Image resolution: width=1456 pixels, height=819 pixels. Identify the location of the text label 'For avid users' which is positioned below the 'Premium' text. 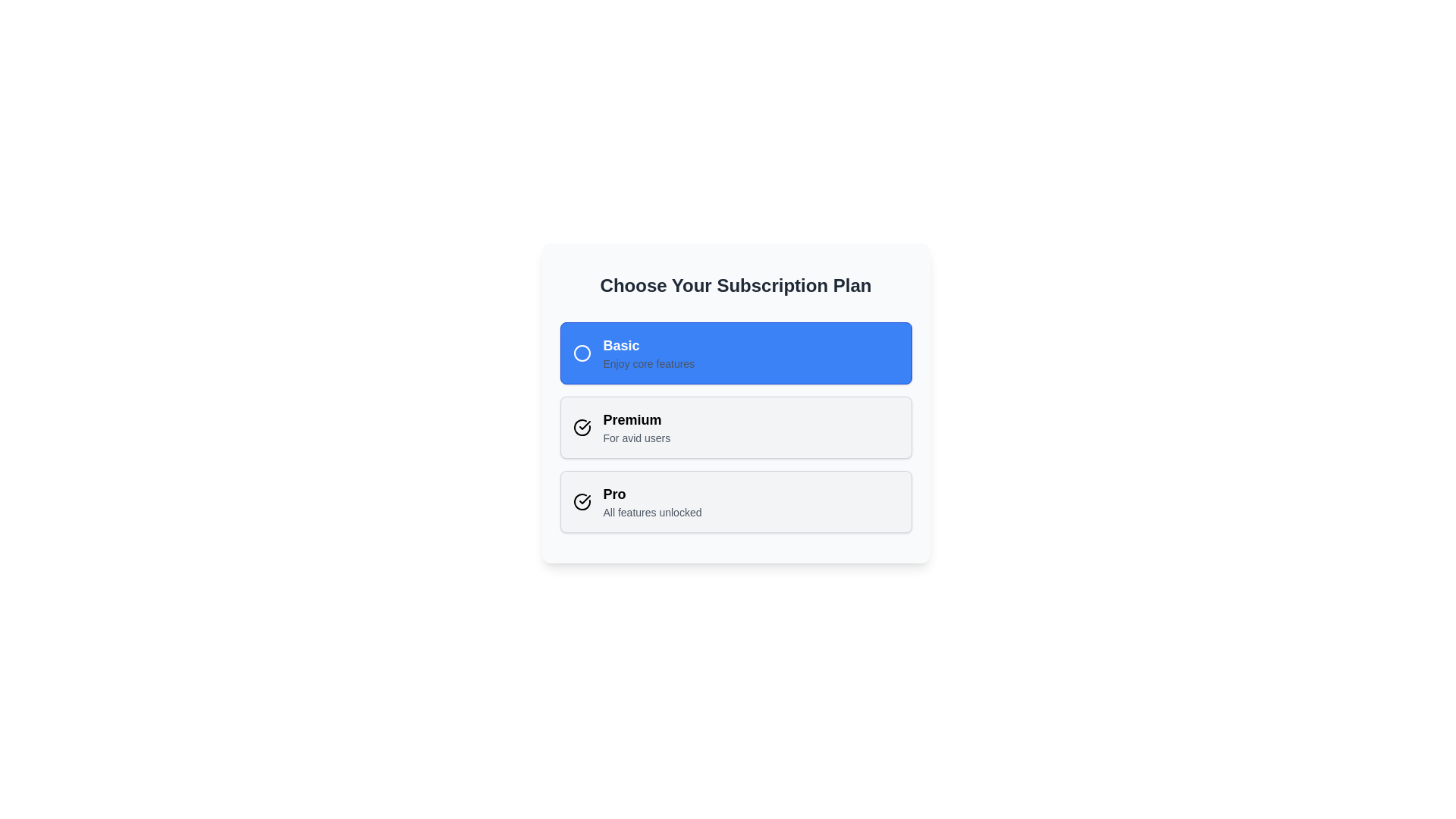
(636, 438).